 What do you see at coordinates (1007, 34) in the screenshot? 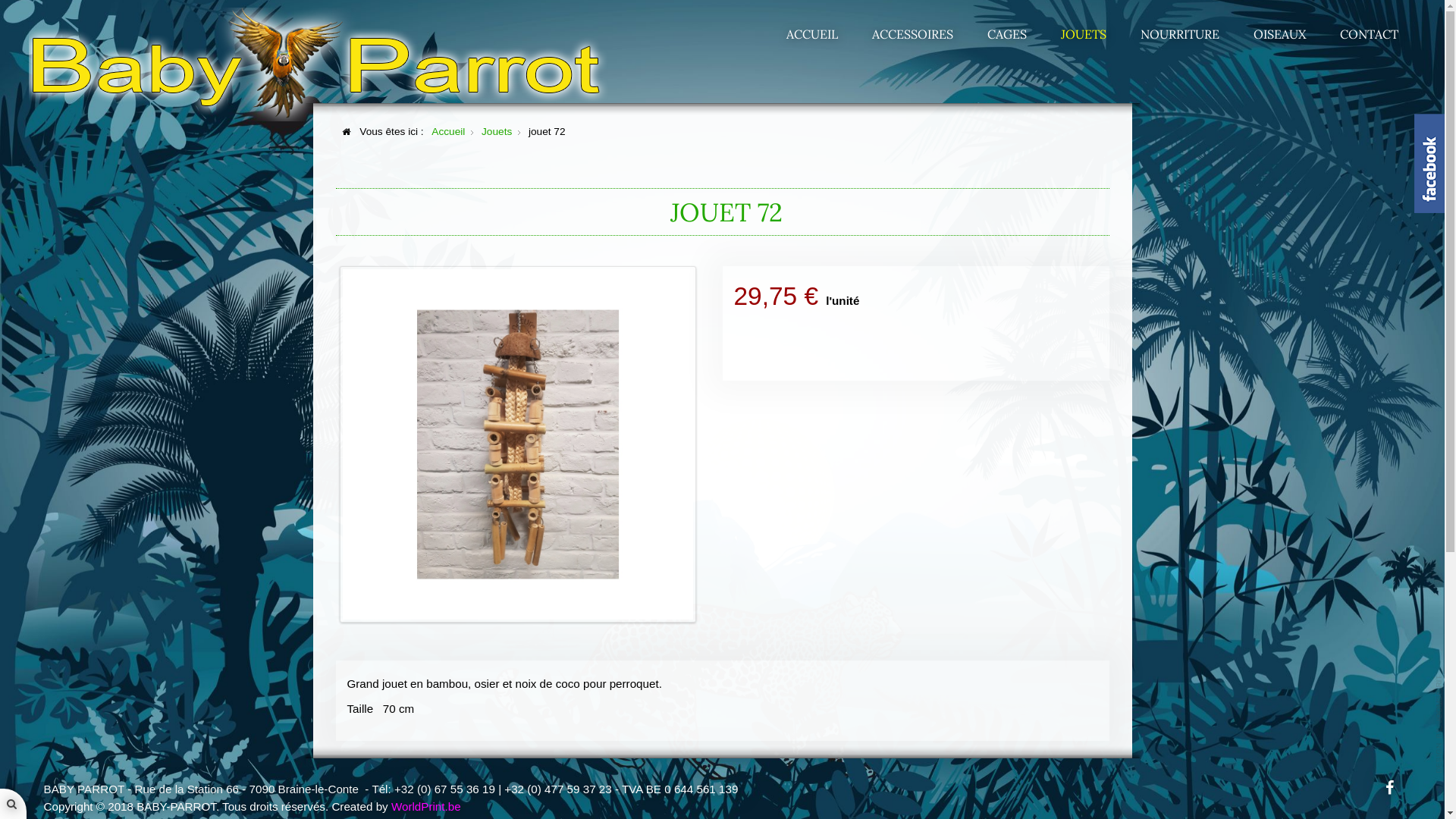
I see `'CAGES'` at bounding box center [1007, 34].